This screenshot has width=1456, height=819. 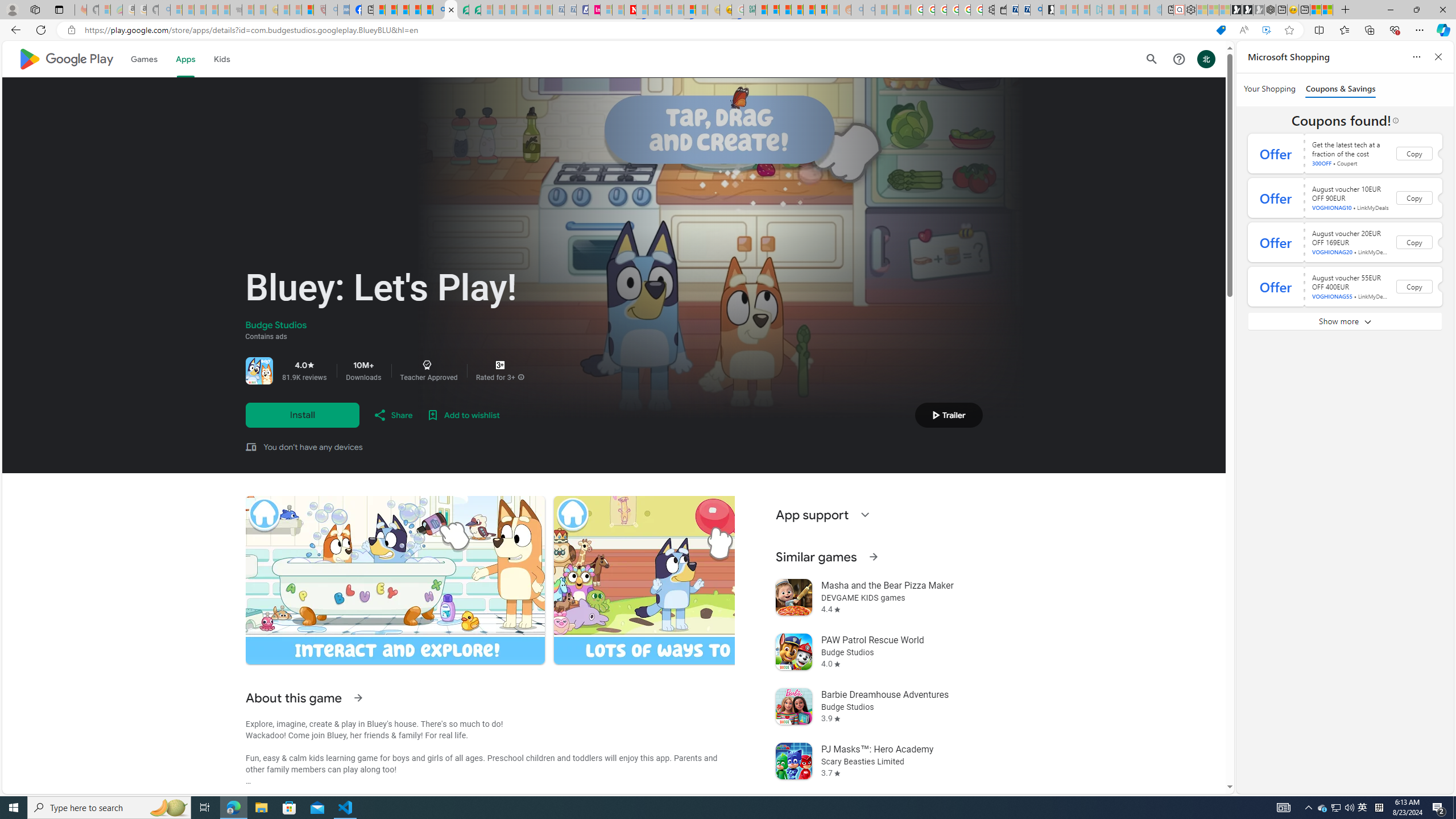 What do you see at coordinates (185, 59) in the screenshot?
I see `'Apps'` at bounding box center [185, 59].